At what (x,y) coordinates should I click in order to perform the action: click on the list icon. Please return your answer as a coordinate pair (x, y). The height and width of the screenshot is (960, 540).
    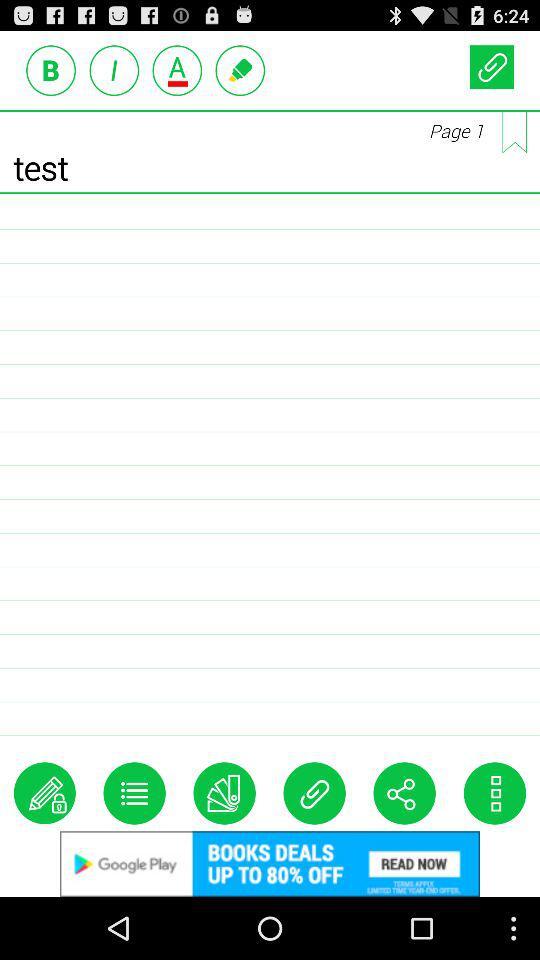
    Looking at the image, I should click on (134, 848).